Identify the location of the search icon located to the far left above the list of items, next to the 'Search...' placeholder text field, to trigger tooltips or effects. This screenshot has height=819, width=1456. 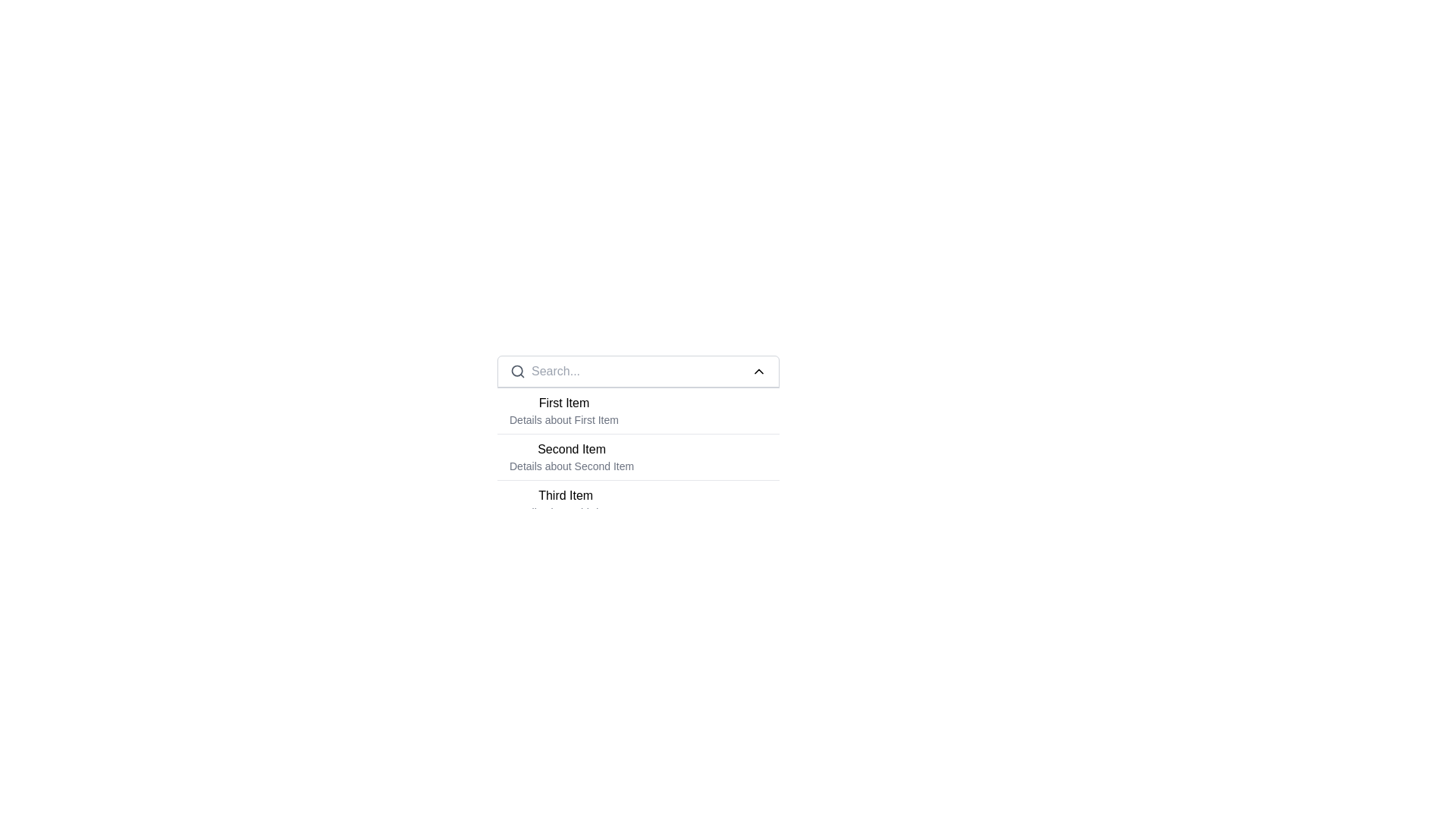
(517, 371).